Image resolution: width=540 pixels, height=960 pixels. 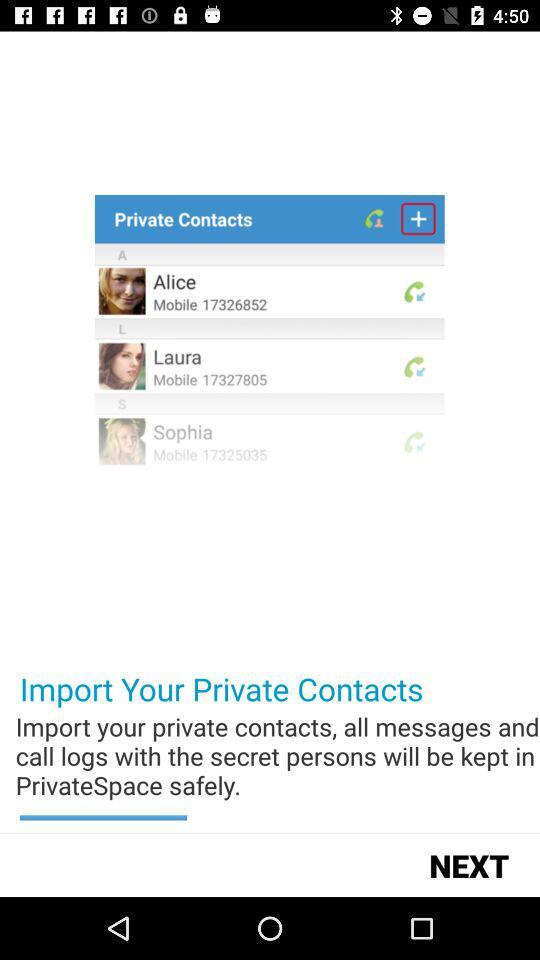 I want to click on the next, so click(x=469, y=864).